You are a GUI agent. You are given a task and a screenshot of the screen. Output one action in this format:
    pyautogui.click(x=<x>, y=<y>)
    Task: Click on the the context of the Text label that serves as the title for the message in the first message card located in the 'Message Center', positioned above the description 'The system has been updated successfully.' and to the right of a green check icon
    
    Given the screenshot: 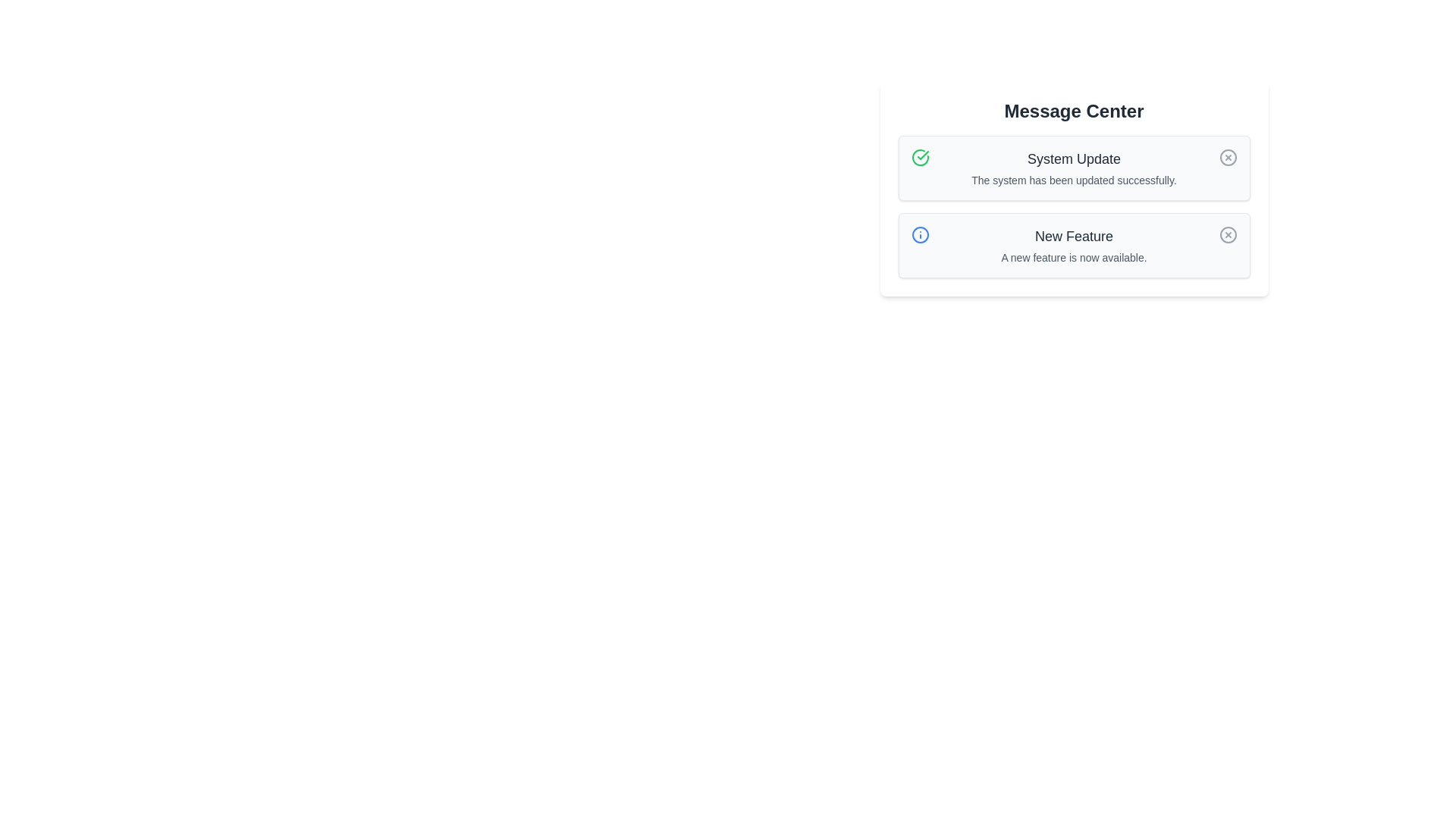 What is the action you would take?
    pyautogui.click(x=1073, y=158)
    